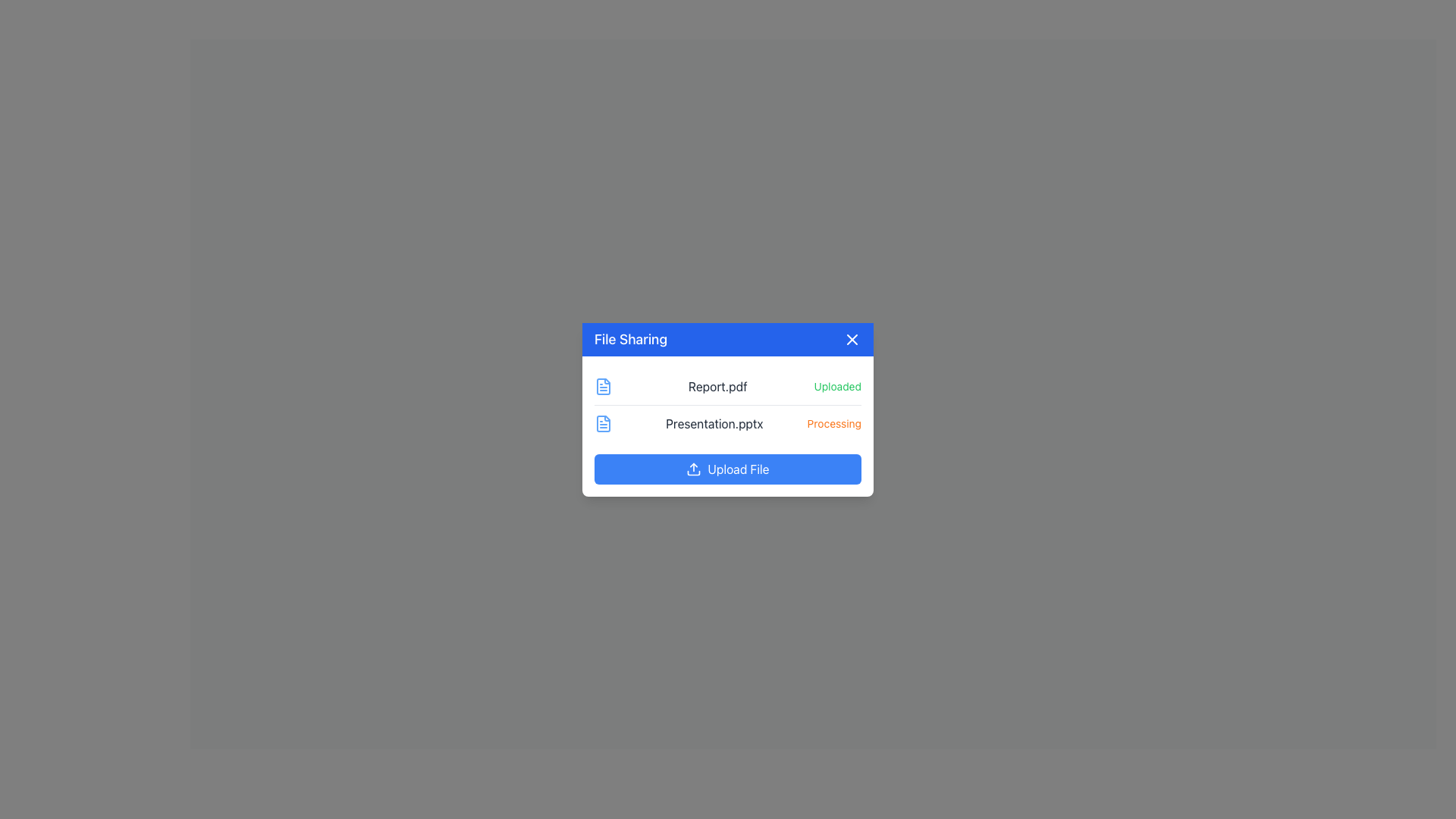 Image resolution: width=1456 pixels, height=819 pixels. Describe the element at coordinates (630, 338) in the screenshot. I see `the text label located in the top section of the rectangular blue header, which serves as the title for the section or card component` at that location.